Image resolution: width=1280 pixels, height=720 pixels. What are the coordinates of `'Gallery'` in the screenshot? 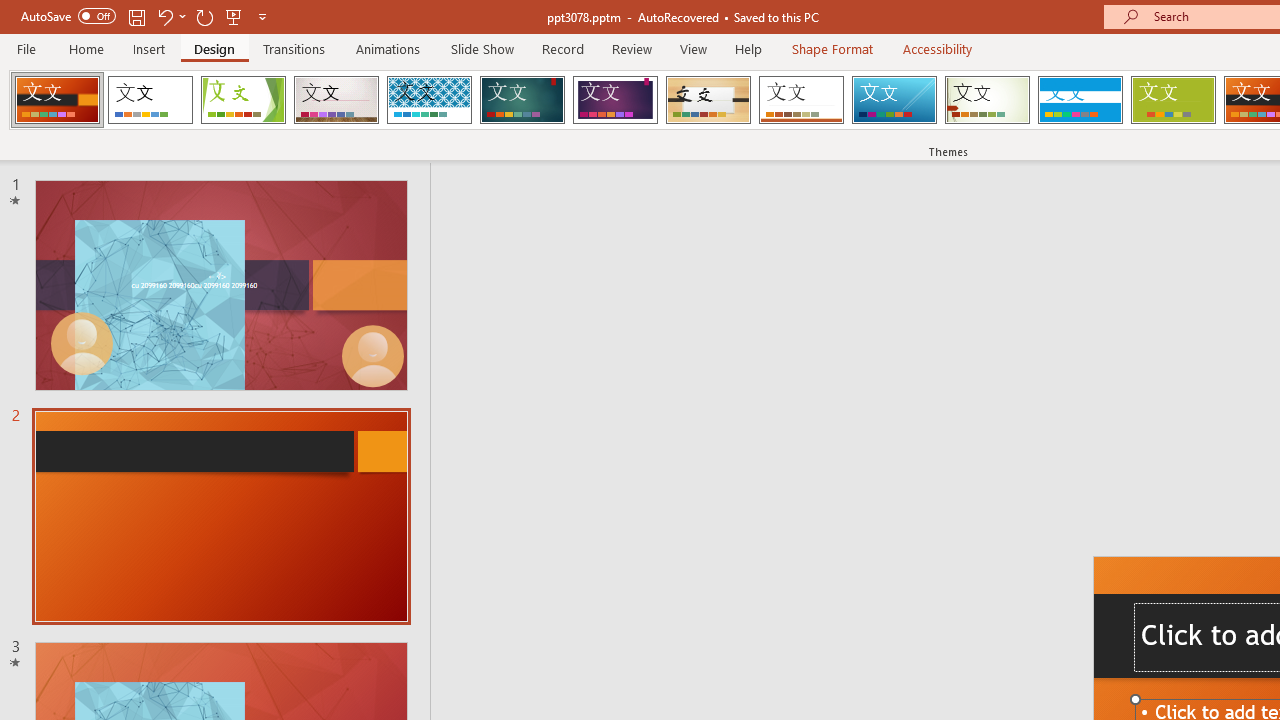 It's located at (336, 100).